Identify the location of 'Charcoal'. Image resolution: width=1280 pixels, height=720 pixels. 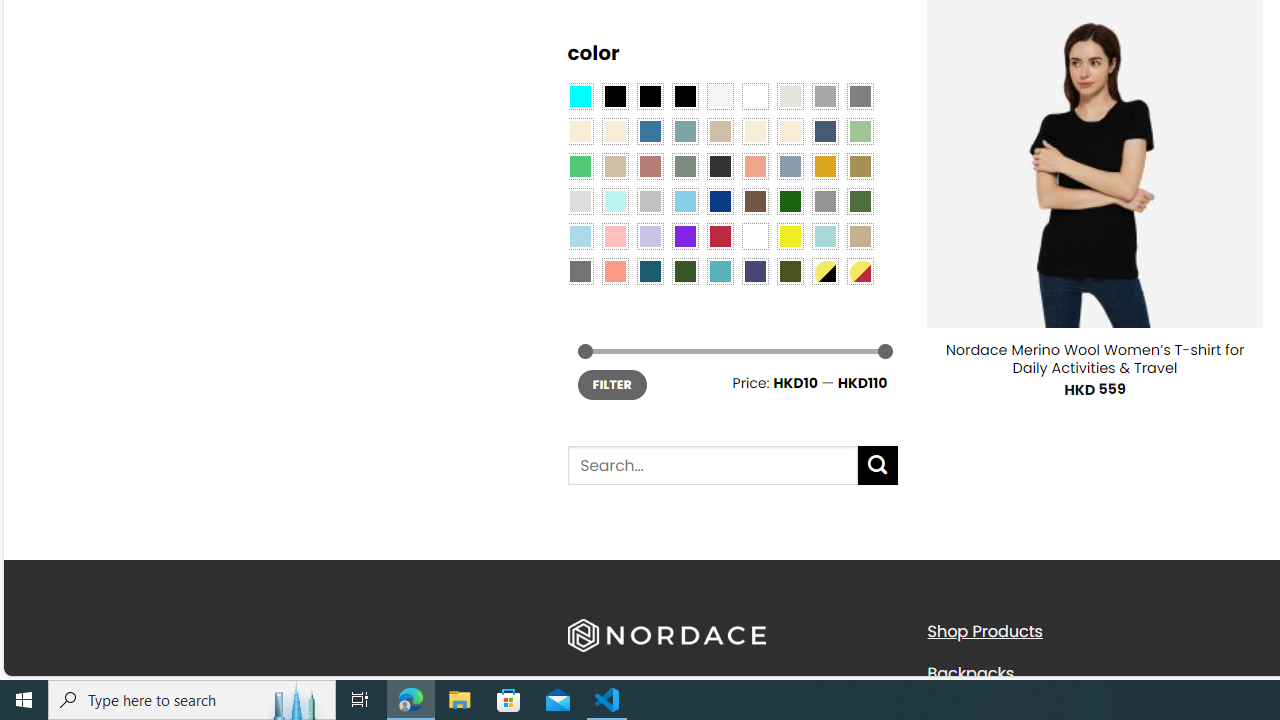
(720, 164).